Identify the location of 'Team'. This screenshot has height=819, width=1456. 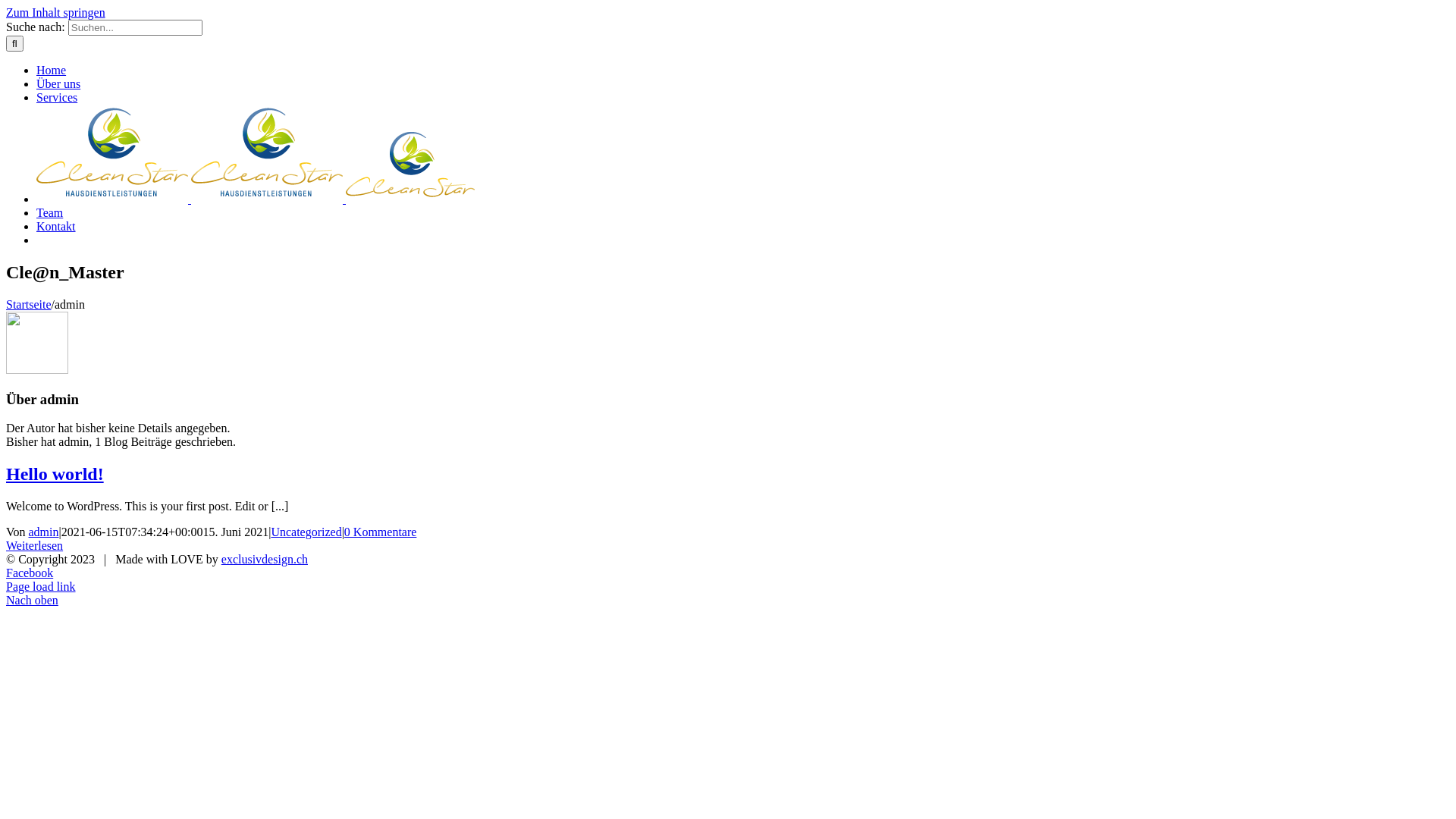
(49, 212).